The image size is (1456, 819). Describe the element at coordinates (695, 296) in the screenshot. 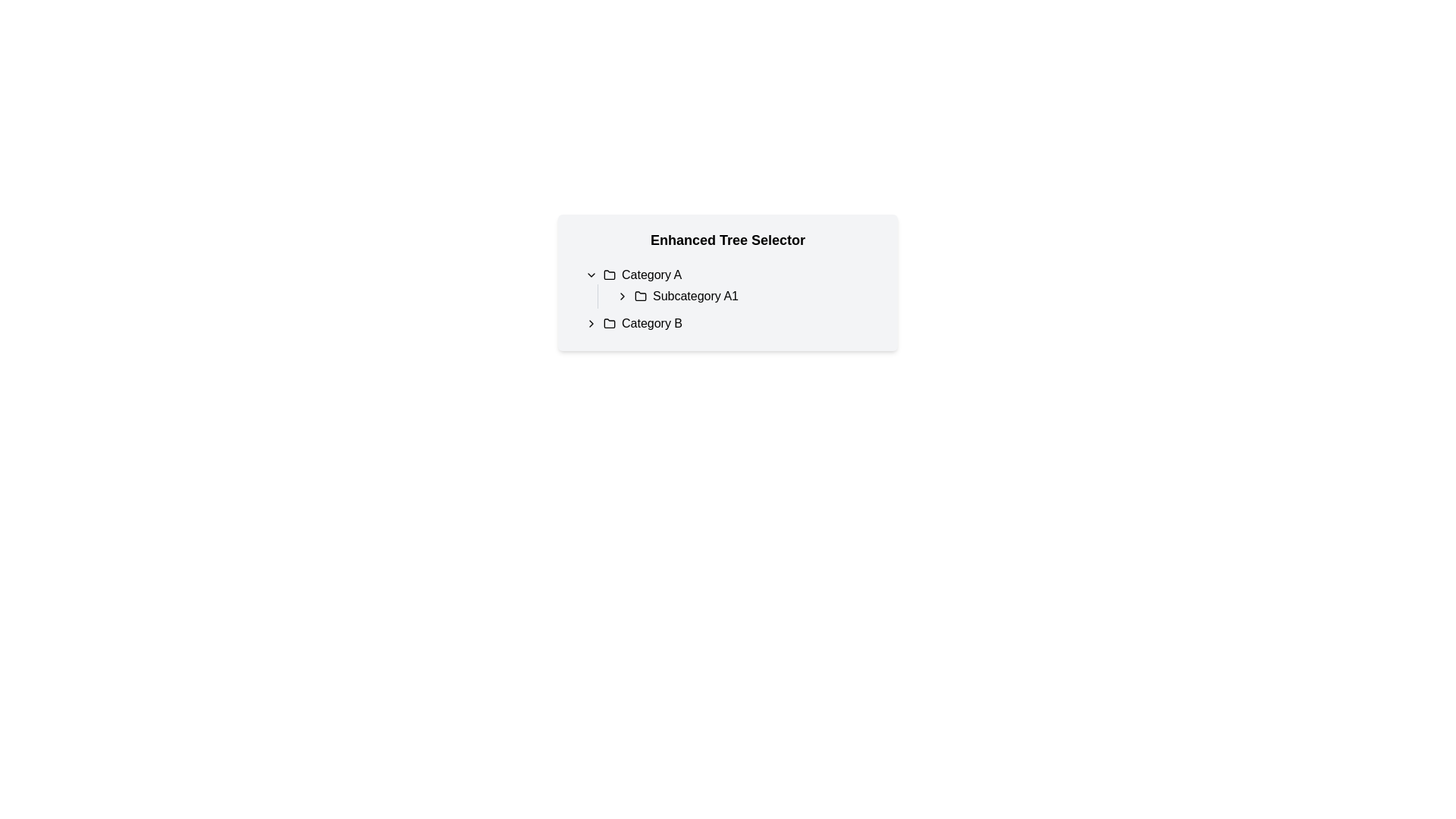

I see `the selectable subcategory label in the tree view navigation system` at that location.